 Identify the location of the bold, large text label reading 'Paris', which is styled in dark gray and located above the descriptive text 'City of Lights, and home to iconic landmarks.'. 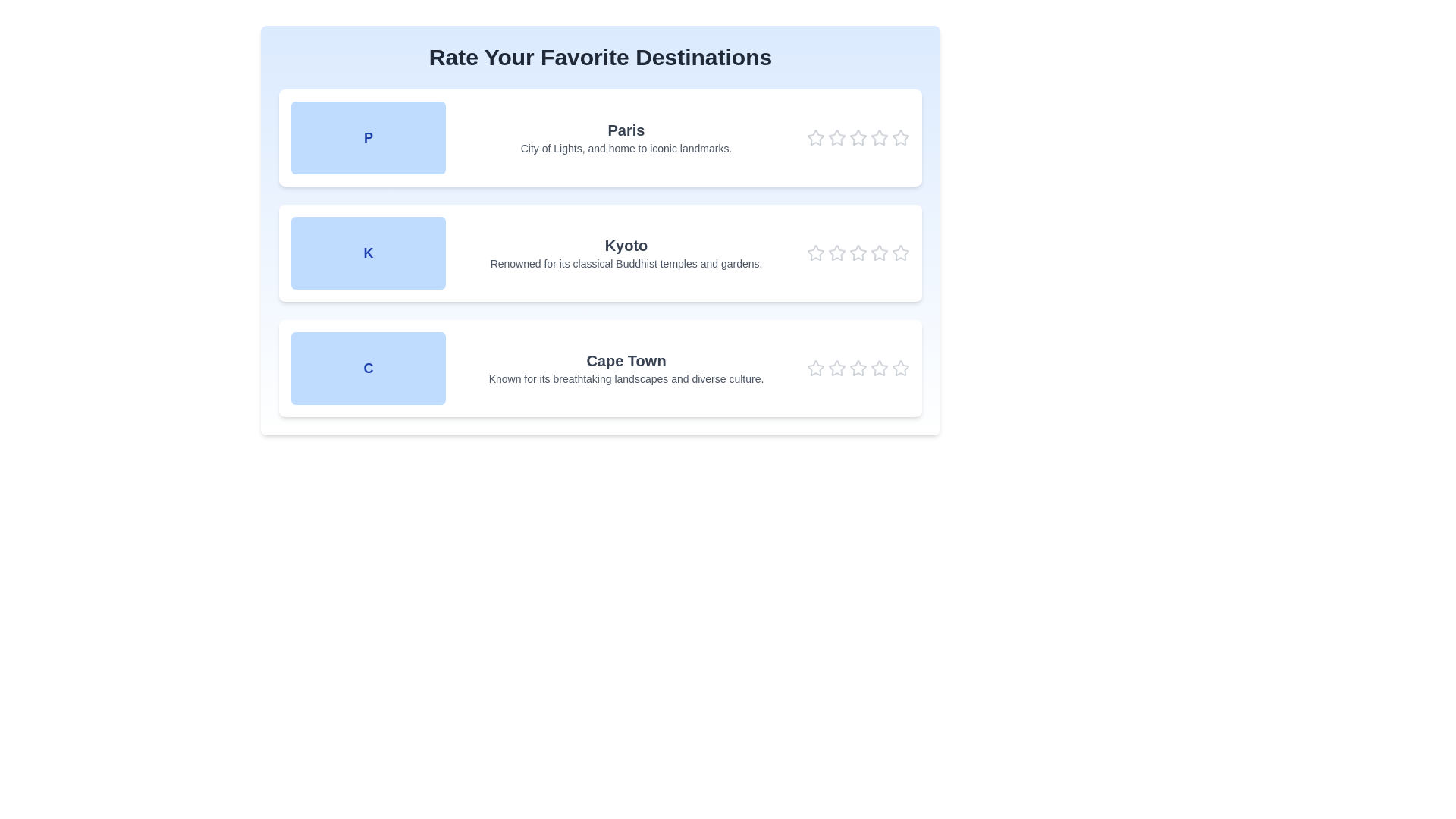
(626, 130).